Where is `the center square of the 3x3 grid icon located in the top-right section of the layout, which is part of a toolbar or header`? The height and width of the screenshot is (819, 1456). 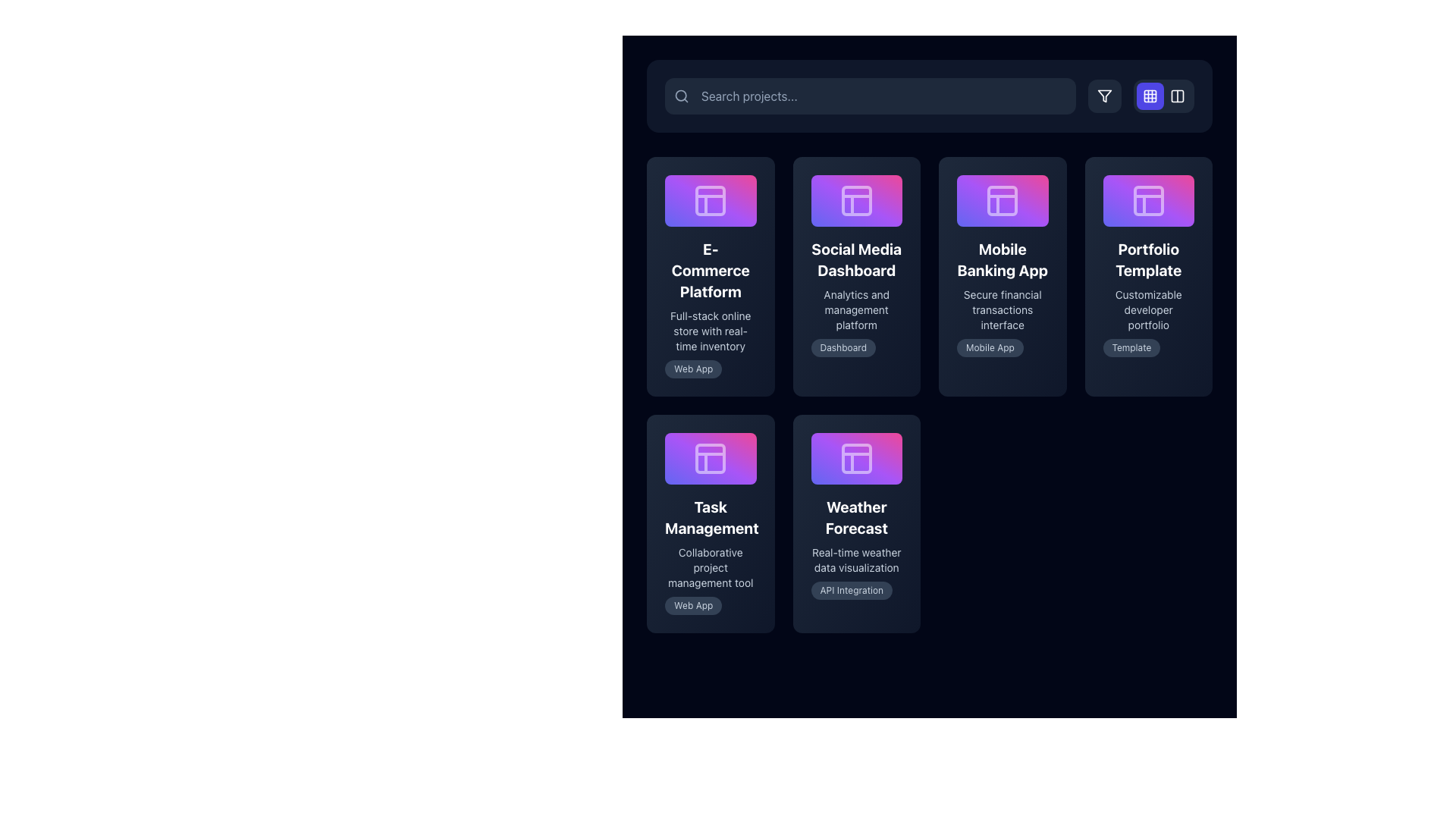
the center square of the 3x3 grid icon located in the top-right section of the layout, which is part of a toolbar or header is located at coordinates (1150, 96).